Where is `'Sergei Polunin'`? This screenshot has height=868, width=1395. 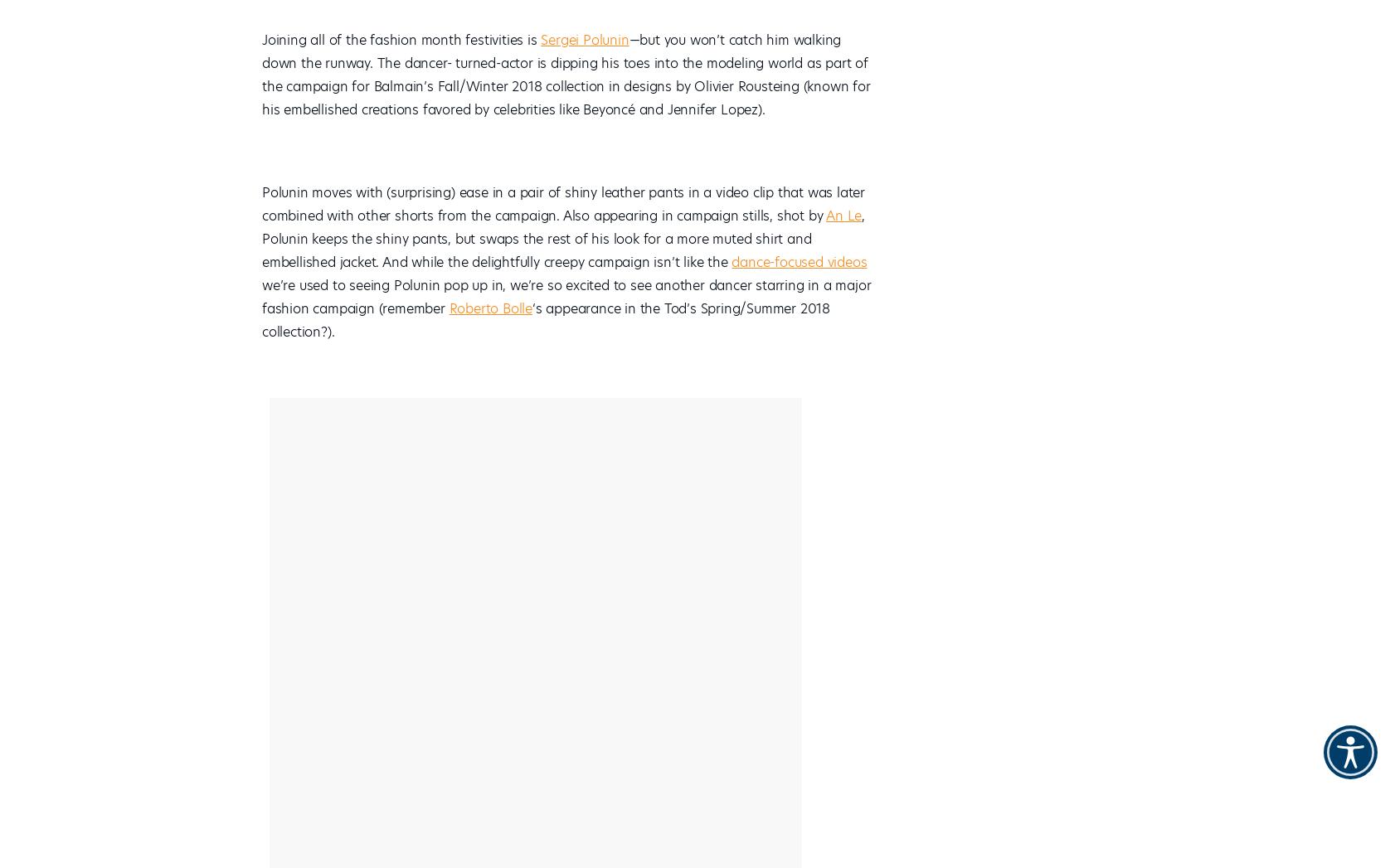 'Sergei Polunin' is located at coordinates (584, 39).